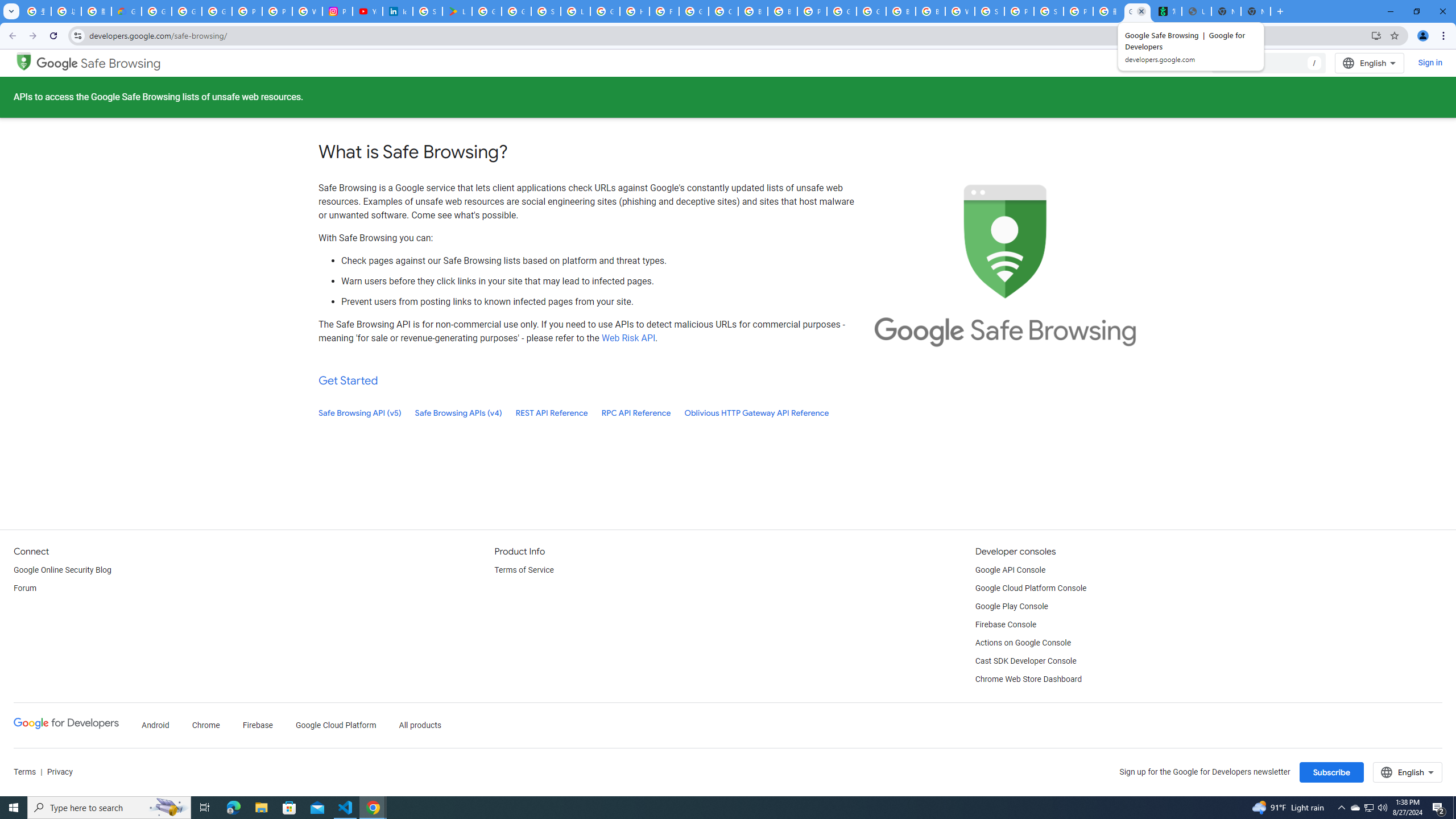  What do you see at coordinates (420, 725) in the screenshot?
I see `'All products'` at bounding box center [420, 725].